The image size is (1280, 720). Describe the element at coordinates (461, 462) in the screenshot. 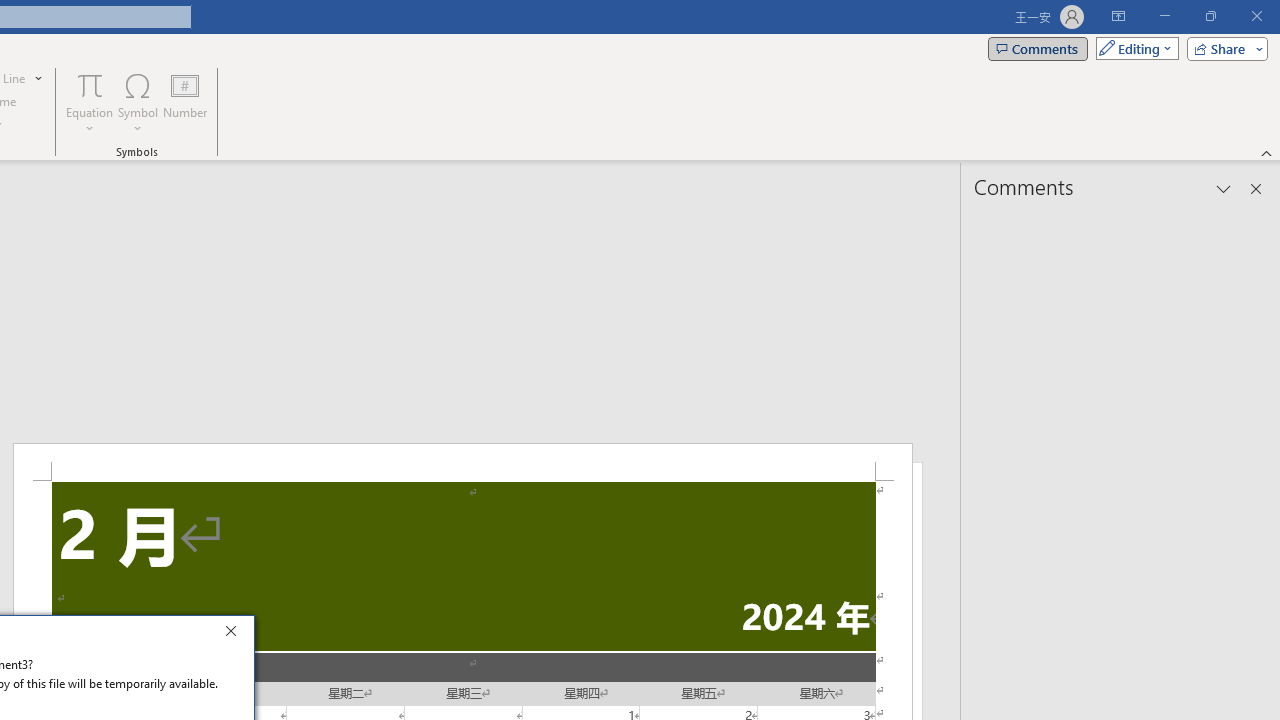

I see `'Header -Section 2-'` at that location.